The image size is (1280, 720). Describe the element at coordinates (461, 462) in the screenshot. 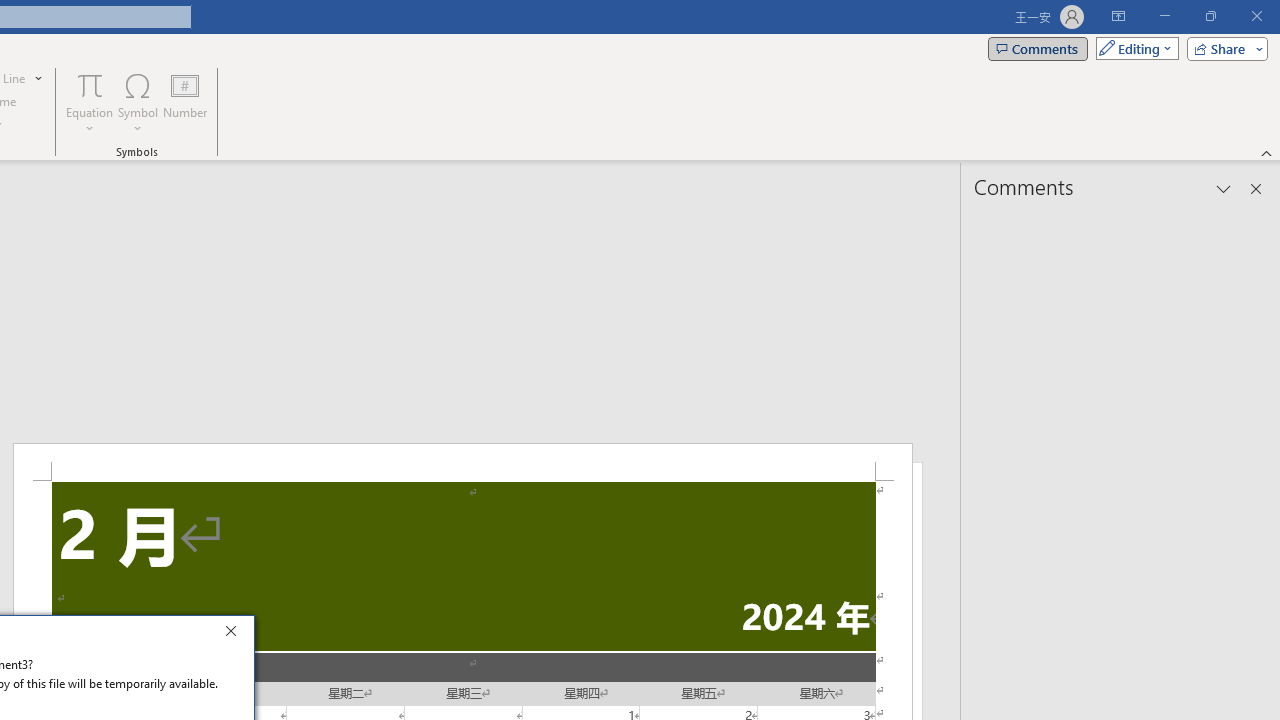

I see `'Header -Section 2-'` at that location.